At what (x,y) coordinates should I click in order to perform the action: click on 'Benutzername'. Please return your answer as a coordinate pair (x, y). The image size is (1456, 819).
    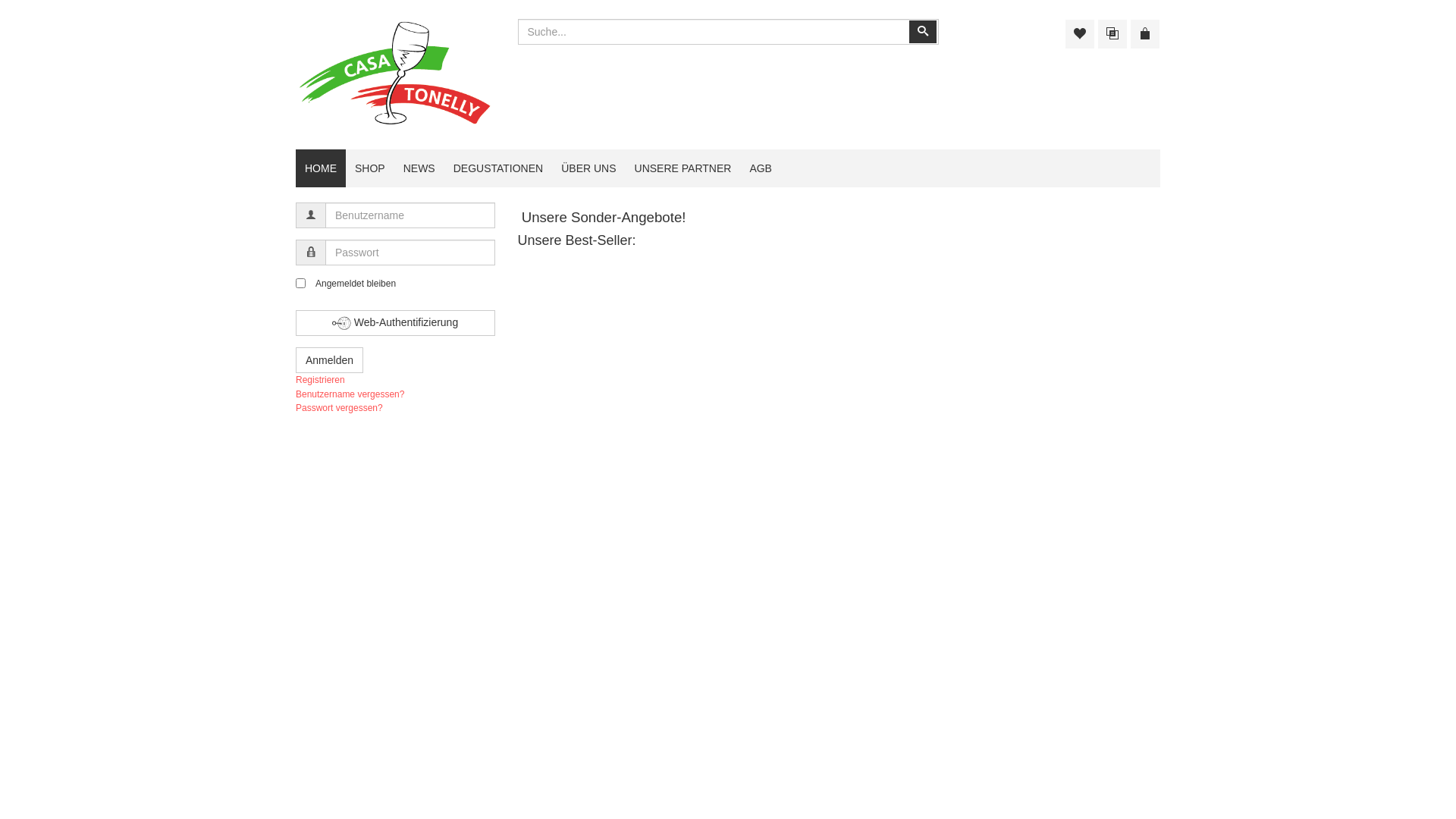
    Looking at the image, I should click on (309, 215).